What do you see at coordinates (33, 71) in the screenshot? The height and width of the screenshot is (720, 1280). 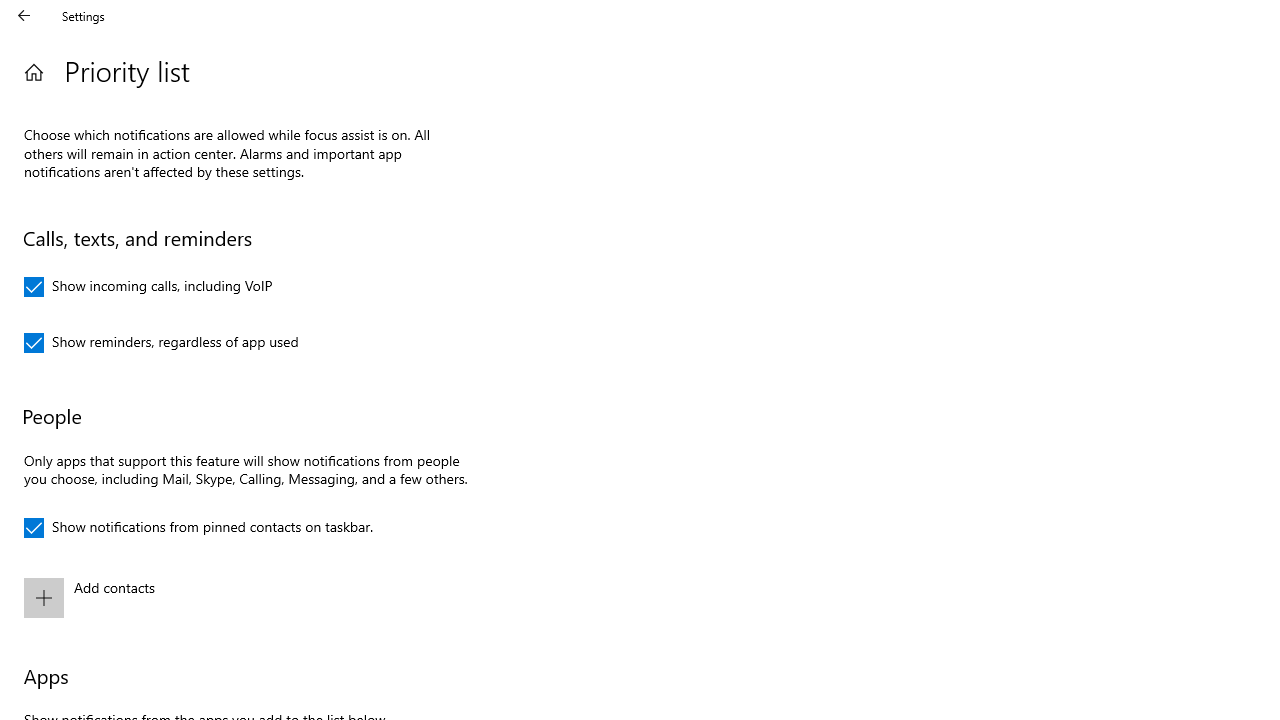 I see `'Home'` at bounding box center [33, 71].